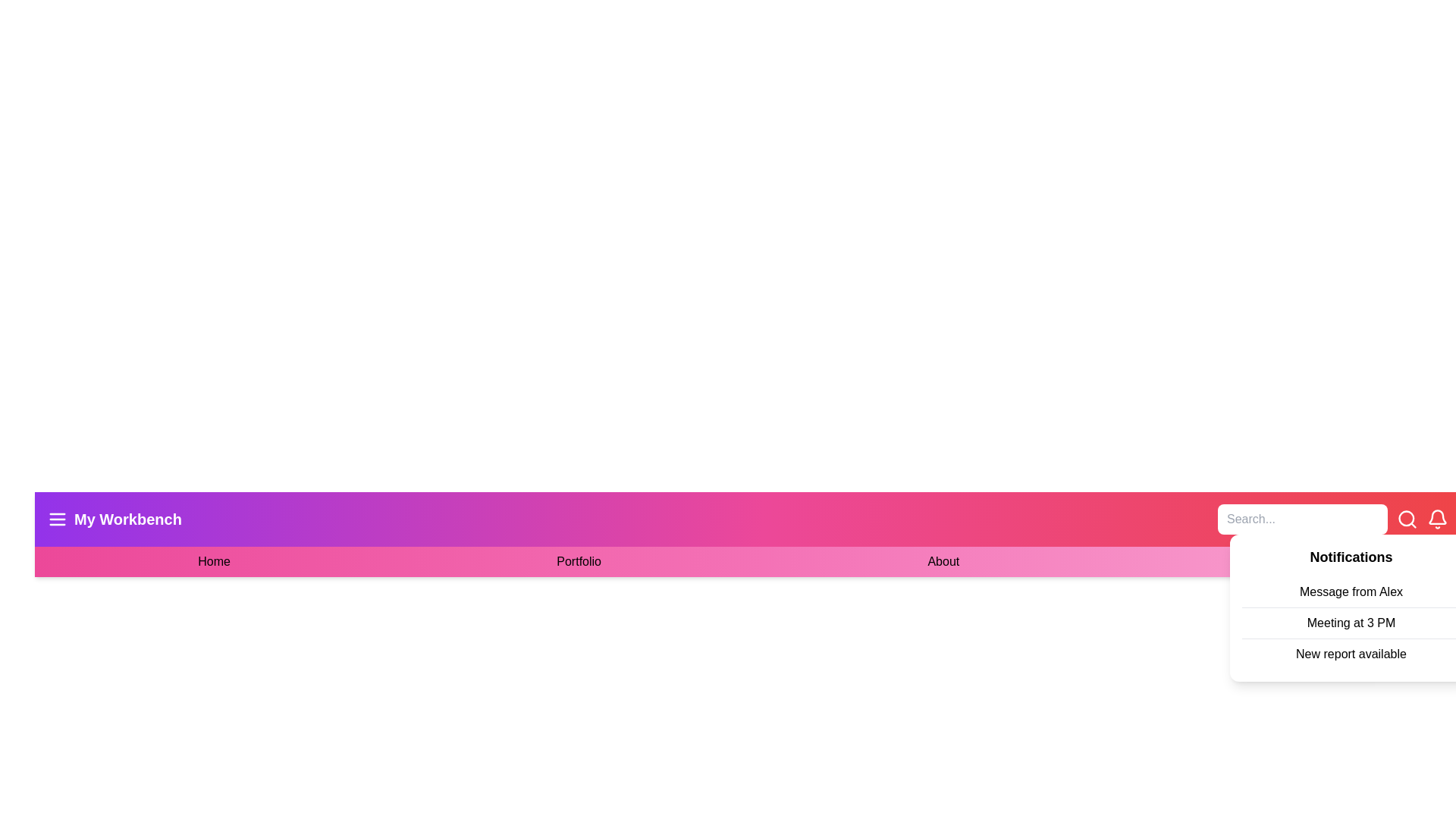 The height and width of the screenshot is (819, 1456). What do you see at coordinates (1405, 517) in the screenshot?
I see `the decorative circular element located in the center of the search icon at the top-right corner of the interface` at bounding box center [1405, 517].